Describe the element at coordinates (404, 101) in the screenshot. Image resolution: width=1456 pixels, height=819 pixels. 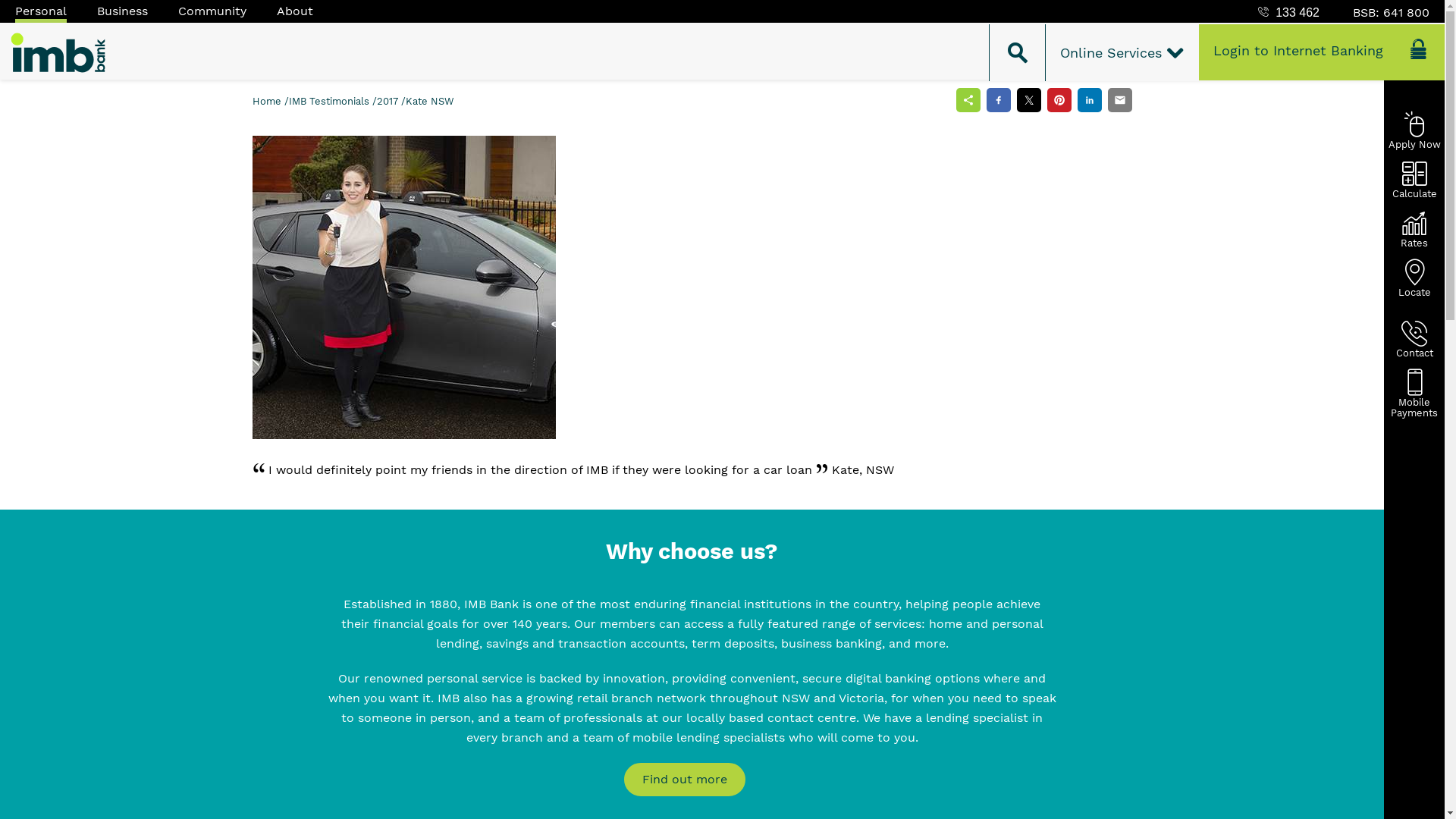
I see `'Kate NSW'` at that location.